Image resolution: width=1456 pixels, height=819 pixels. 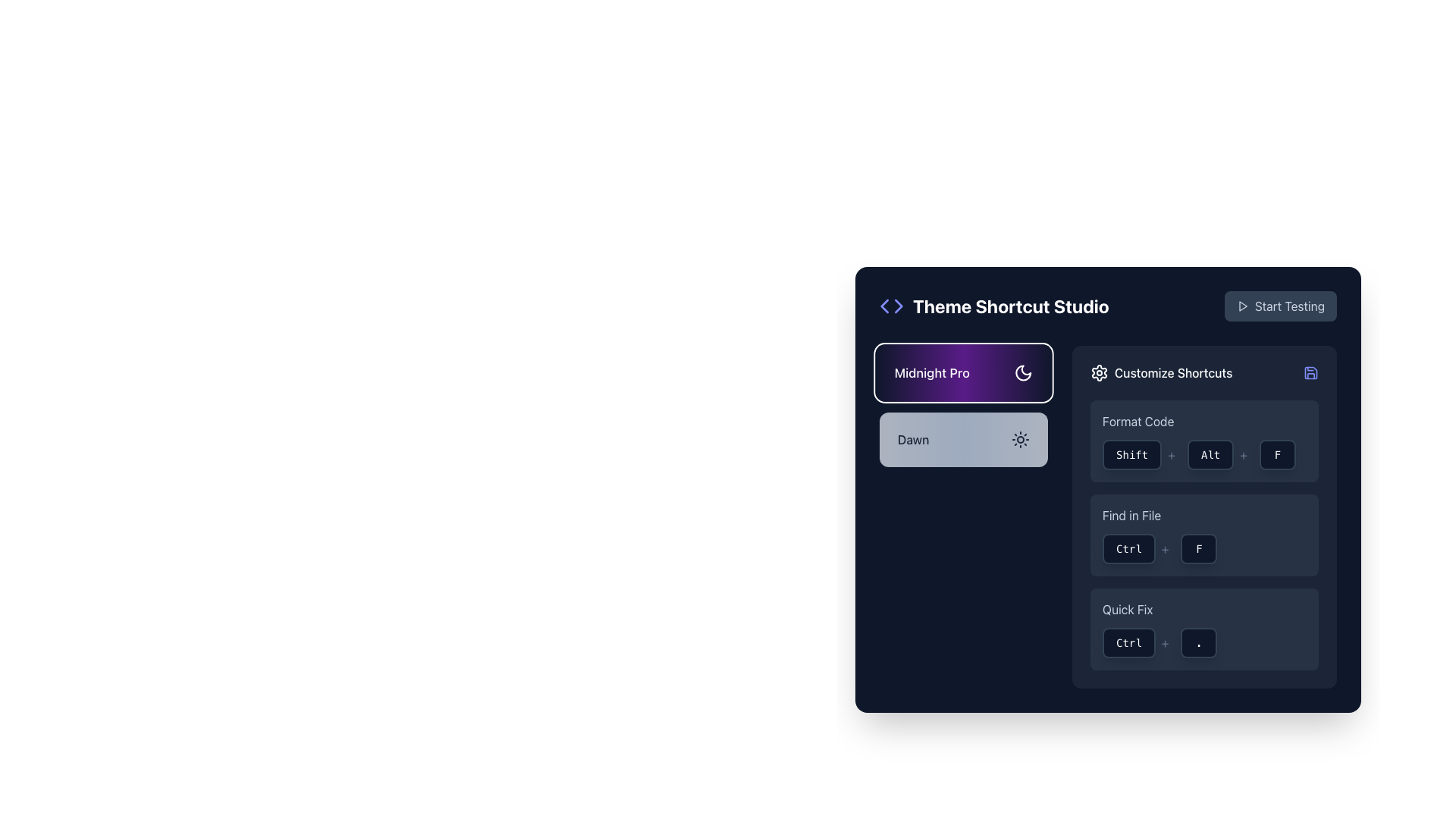 I want to click on the 'Shift' key button in the 'Customize Shortcuts' section under the 'Format Code' category, which visually represents the keyboard key 'Shift' as part of the shortcut display, so click(x=1142, y=454).